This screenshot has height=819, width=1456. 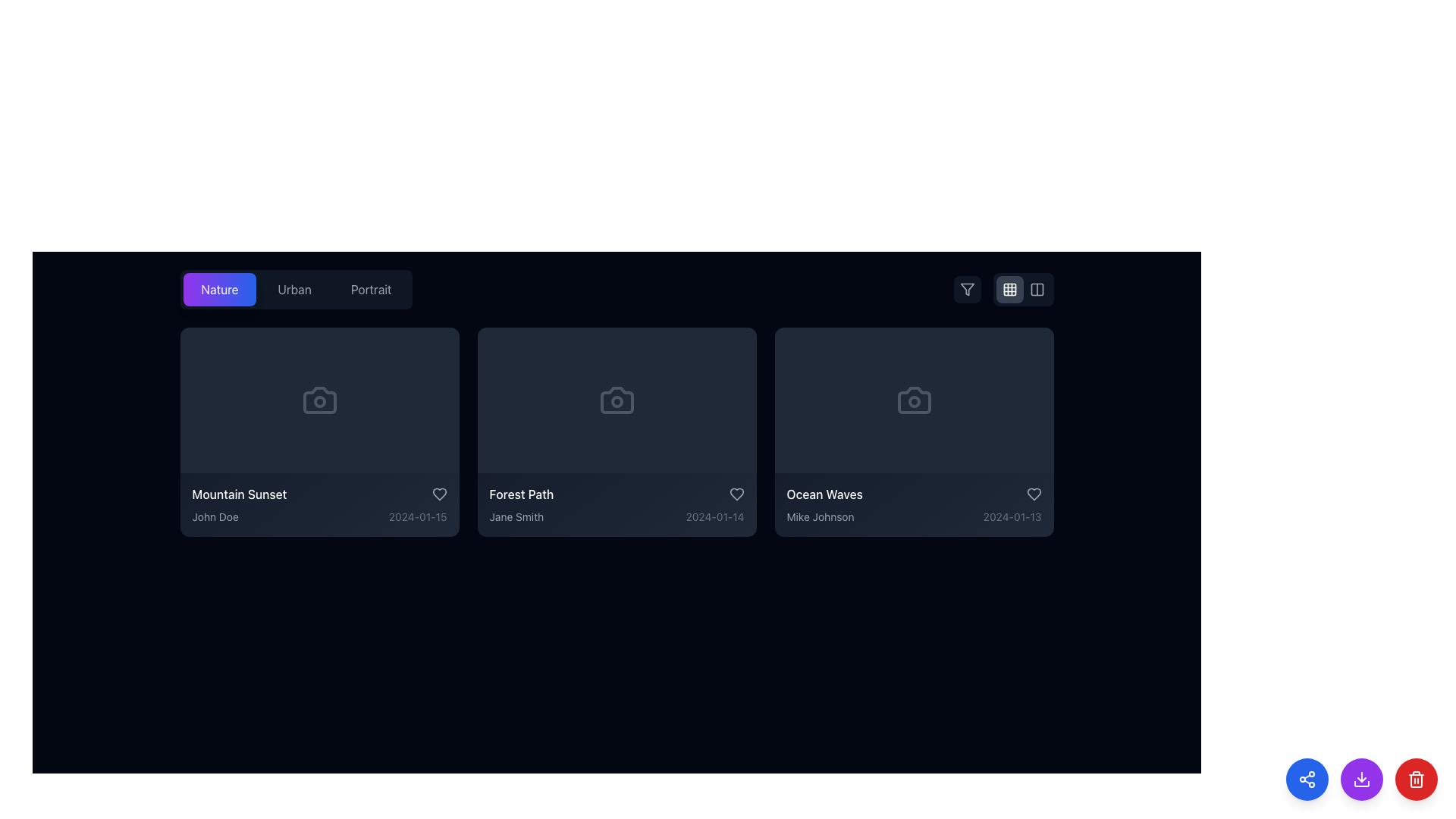 What do you see at coordinates (438, 494) in the screenshot?
I see `the heart-shaped icon located in the bottom right corner of the 'Mountain Sunset' card` at bounding box center [438, 494].